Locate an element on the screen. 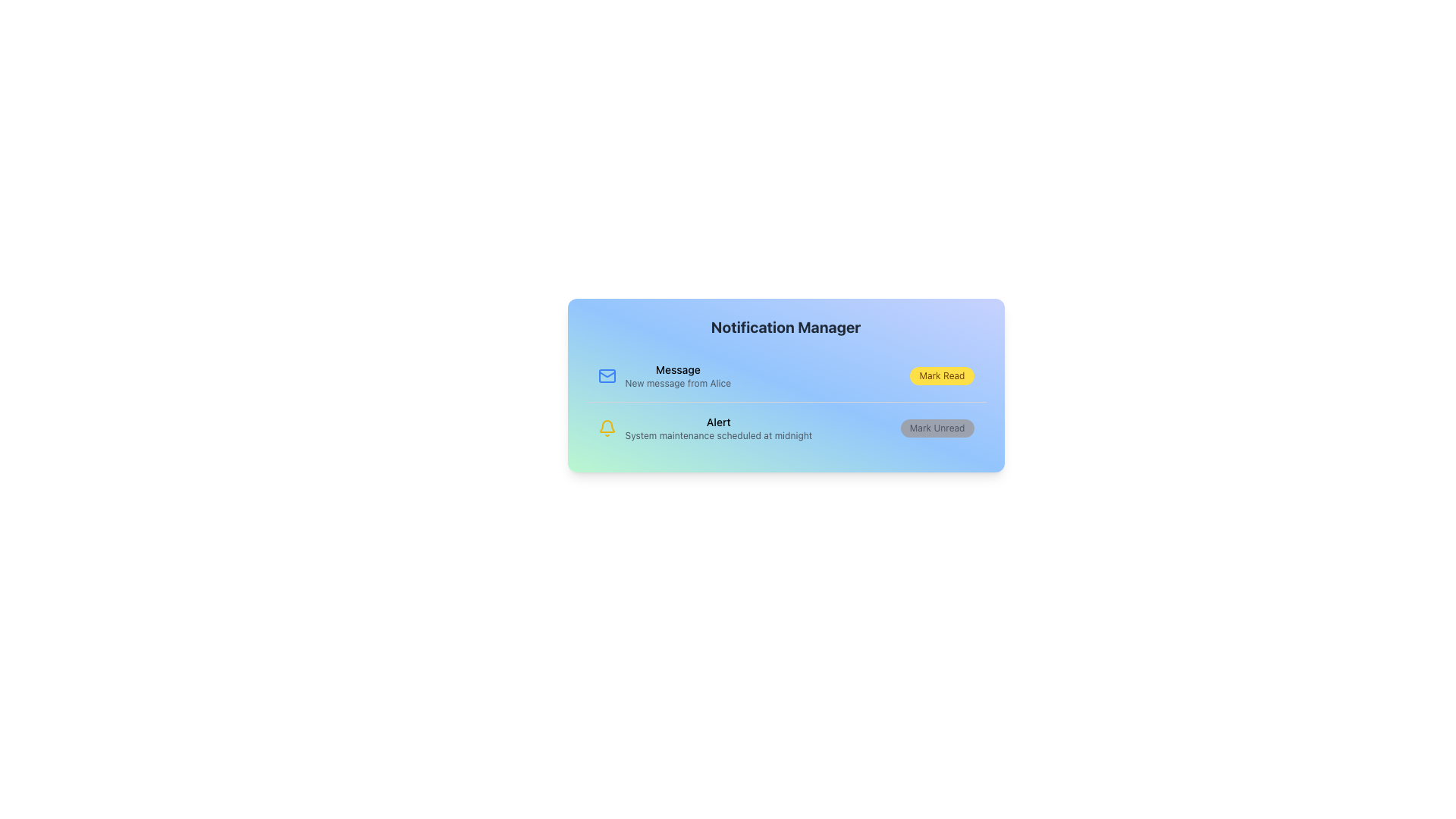  the 'Message' notification element, which is the first notification under the 'Notification Manager' heading is located at coordinates (677, 375).